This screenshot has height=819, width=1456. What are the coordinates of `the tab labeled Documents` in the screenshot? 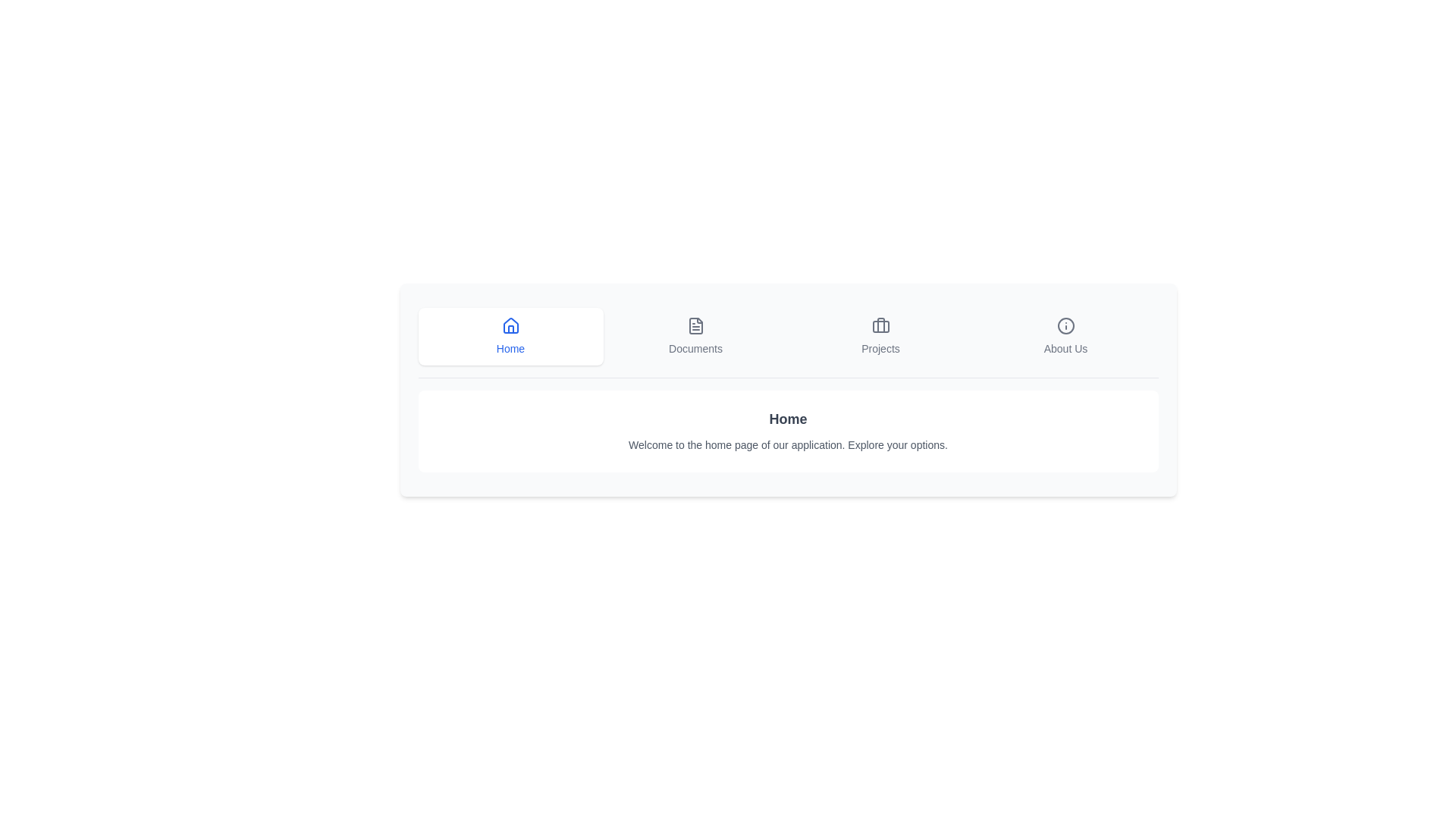 It's located at (695, 335).